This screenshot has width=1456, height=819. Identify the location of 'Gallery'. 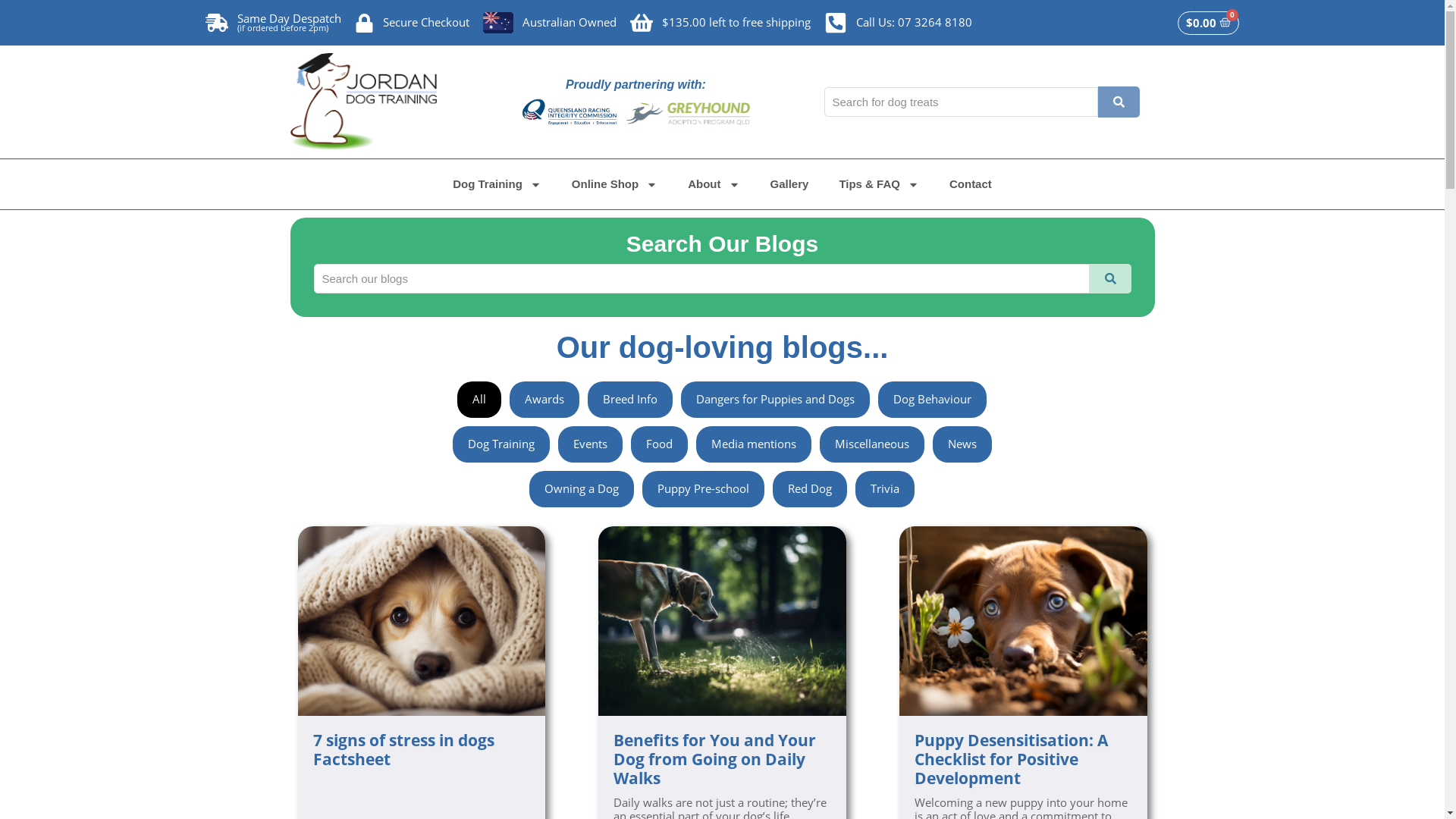
(789, 184).